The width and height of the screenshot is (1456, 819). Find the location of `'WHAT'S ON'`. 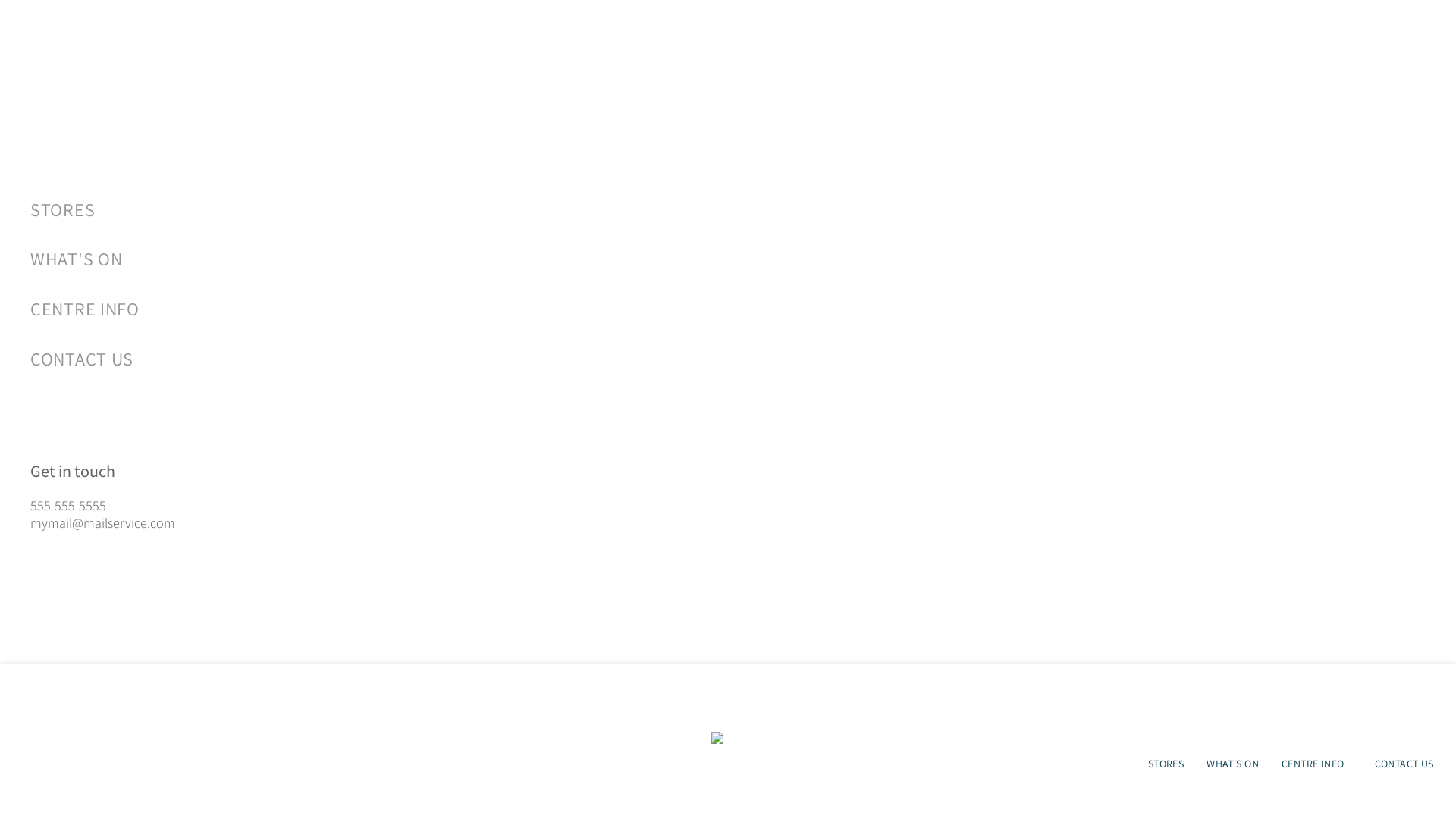

'WHAT'S ON' is located at coordinates (387, 259).